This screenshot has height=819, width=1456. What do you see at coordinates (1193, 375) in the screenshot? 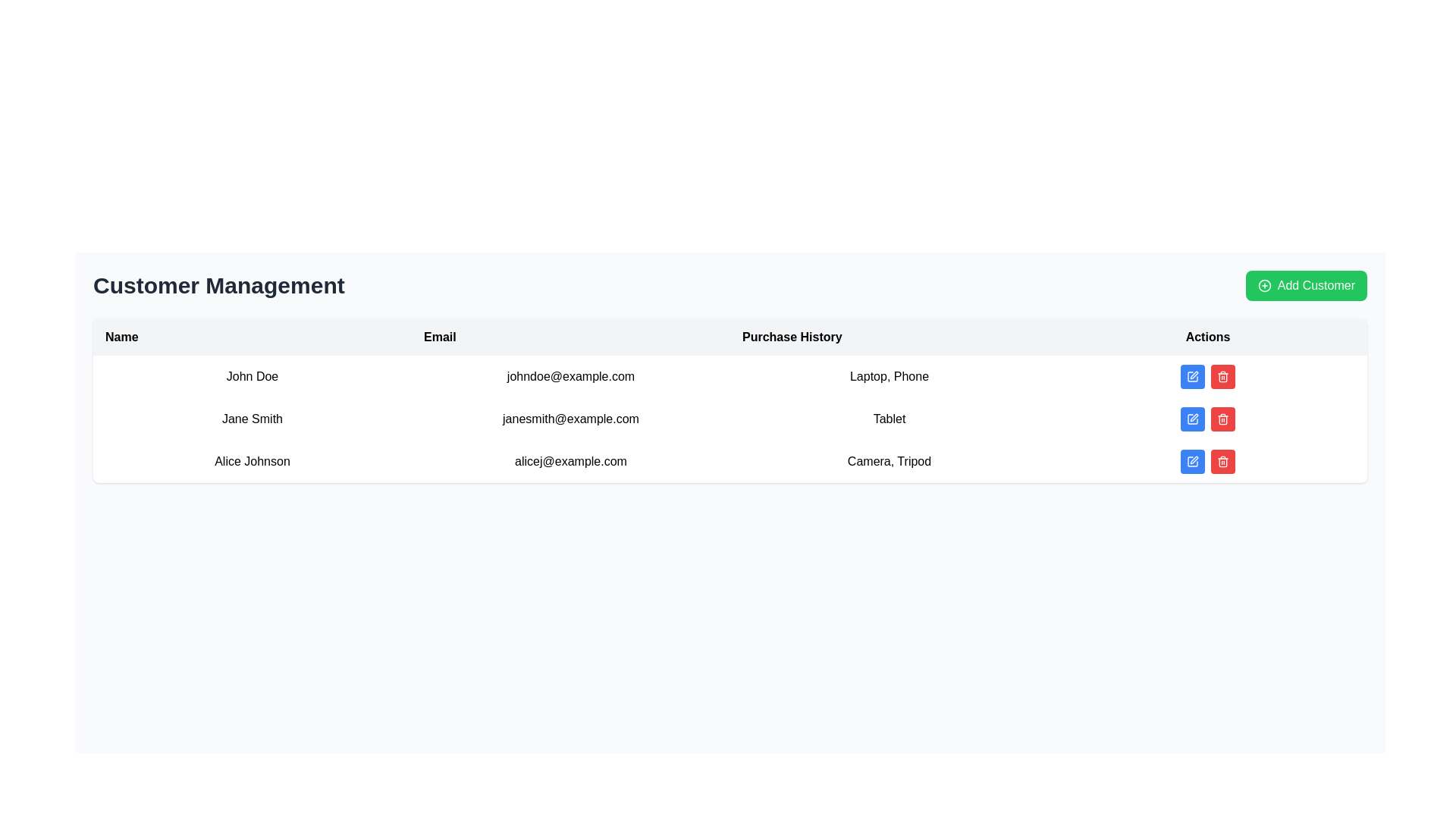
I see `the edit icon located in the first cell of the 'Actions' column in the table` at bounding box center [1193, 375].